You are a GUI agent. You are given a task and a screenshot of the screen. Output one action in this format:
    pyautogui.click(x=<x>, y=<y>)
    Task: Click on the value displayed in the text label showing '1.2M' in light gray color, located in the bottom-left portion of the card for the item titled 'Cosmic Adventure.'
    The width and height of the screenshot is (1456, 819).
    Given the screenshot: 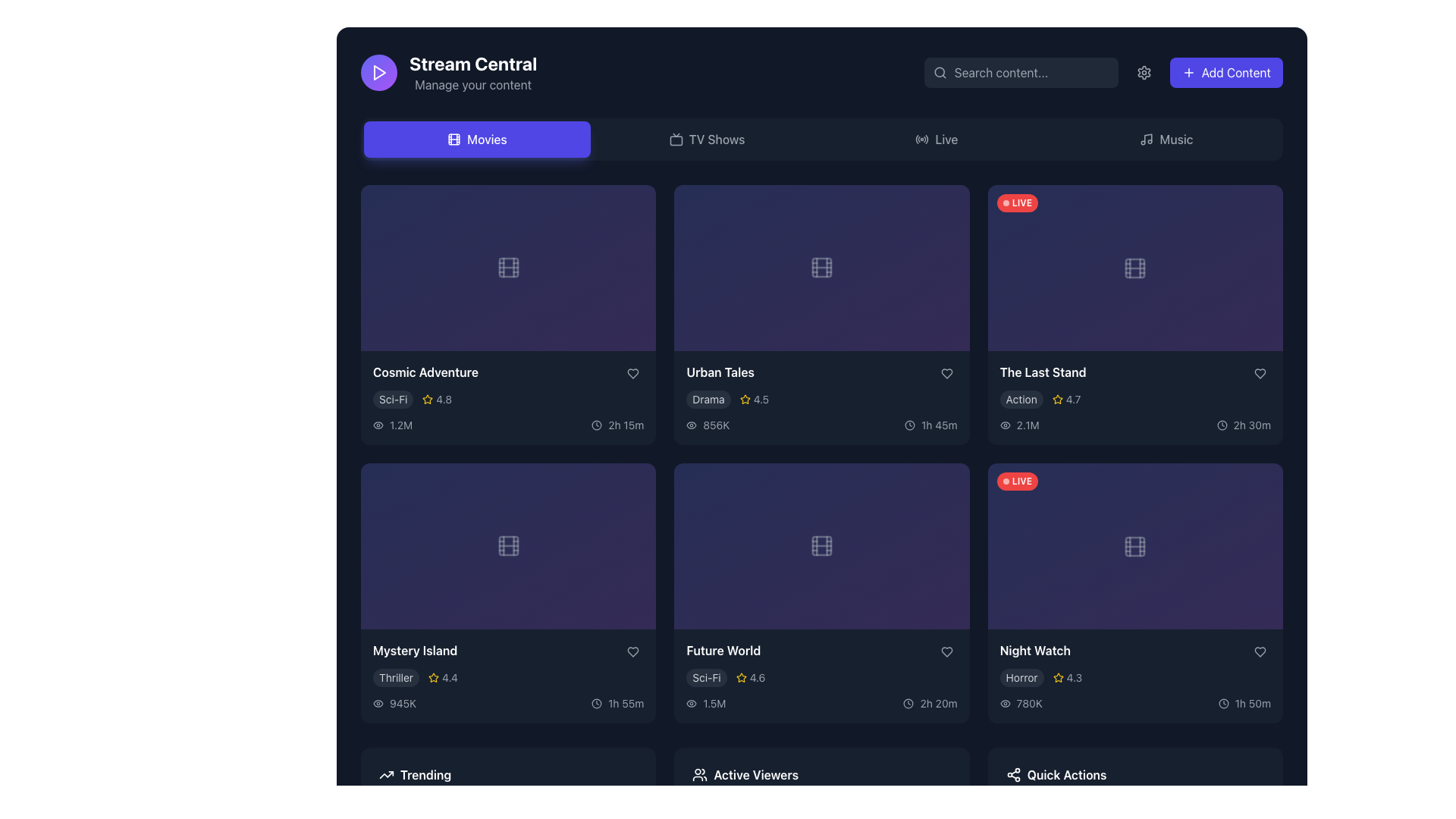 What is the action you would take?
    pyautogui.click(x=393, y=425)
    